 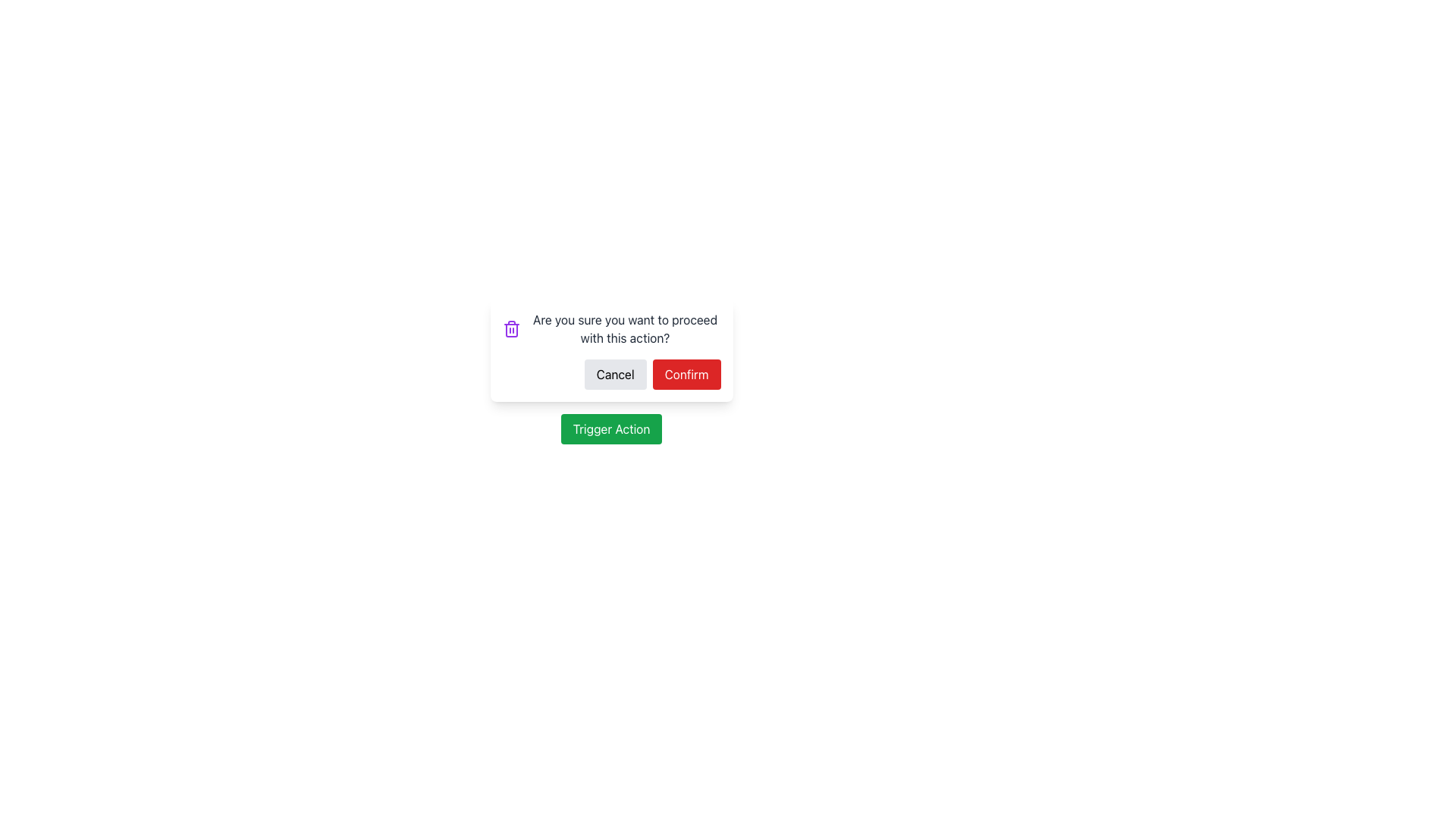 I want to click on static text label displaying the message 'Are you sure you want to proceed with this action?', which is styled in medium-gray color and located in the confirmation dialog box, so click(x=625, y=328).